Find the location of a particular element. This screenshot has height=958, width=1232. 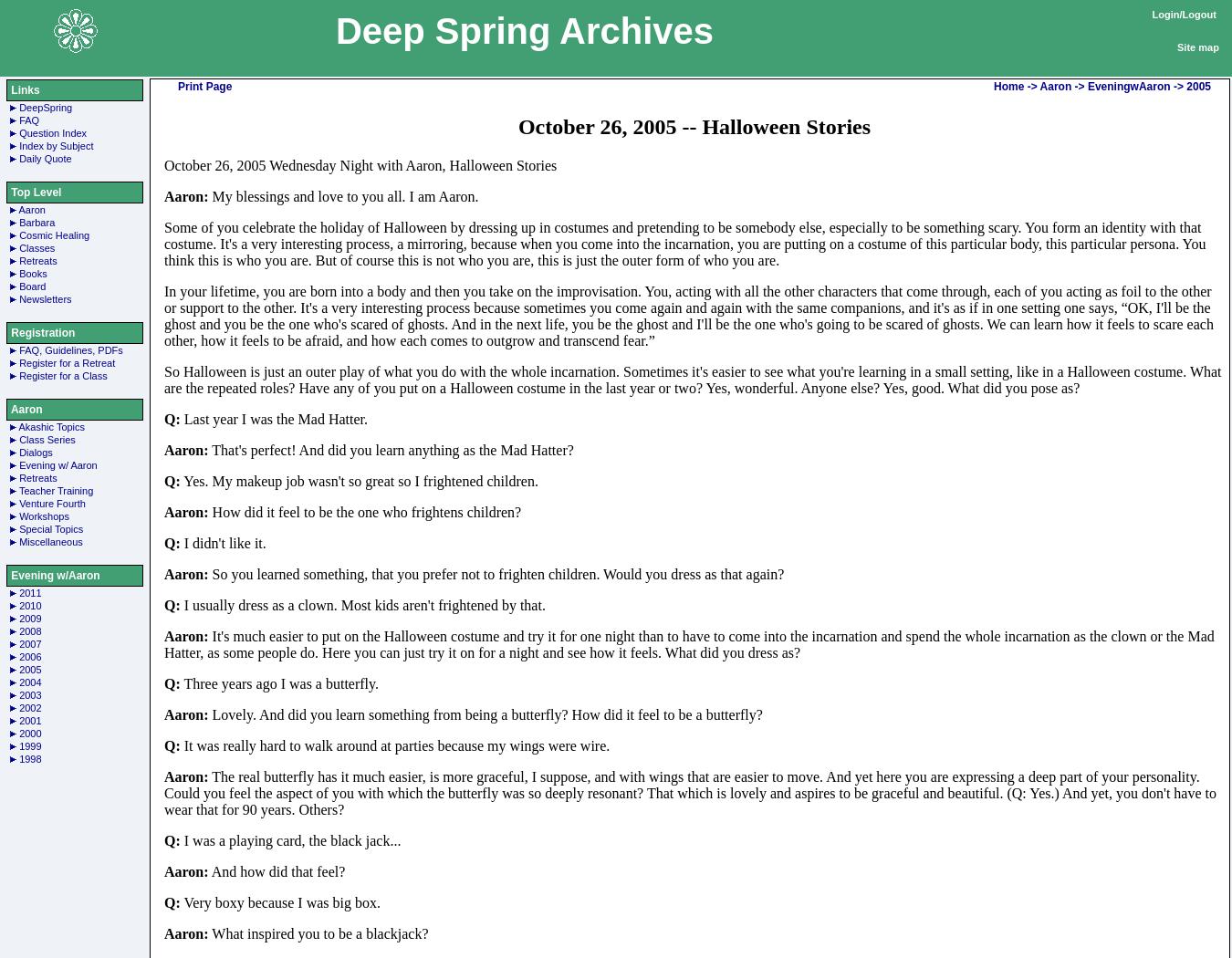

'I didn't like it.' is located at coordinates (221, 541).